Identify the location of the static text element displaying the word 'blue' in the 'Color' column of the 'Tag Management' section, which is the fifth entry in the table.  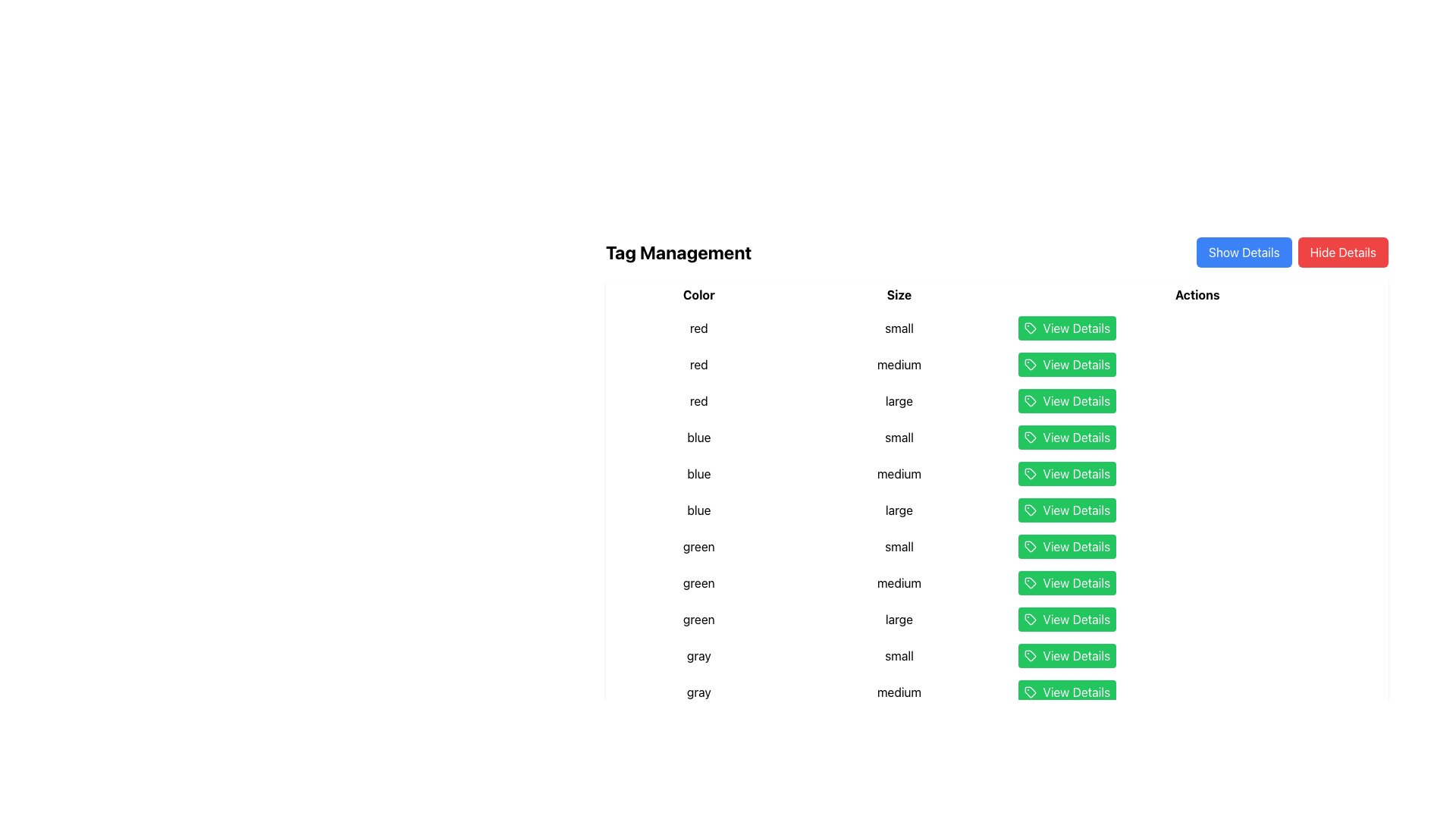
(698, 510).